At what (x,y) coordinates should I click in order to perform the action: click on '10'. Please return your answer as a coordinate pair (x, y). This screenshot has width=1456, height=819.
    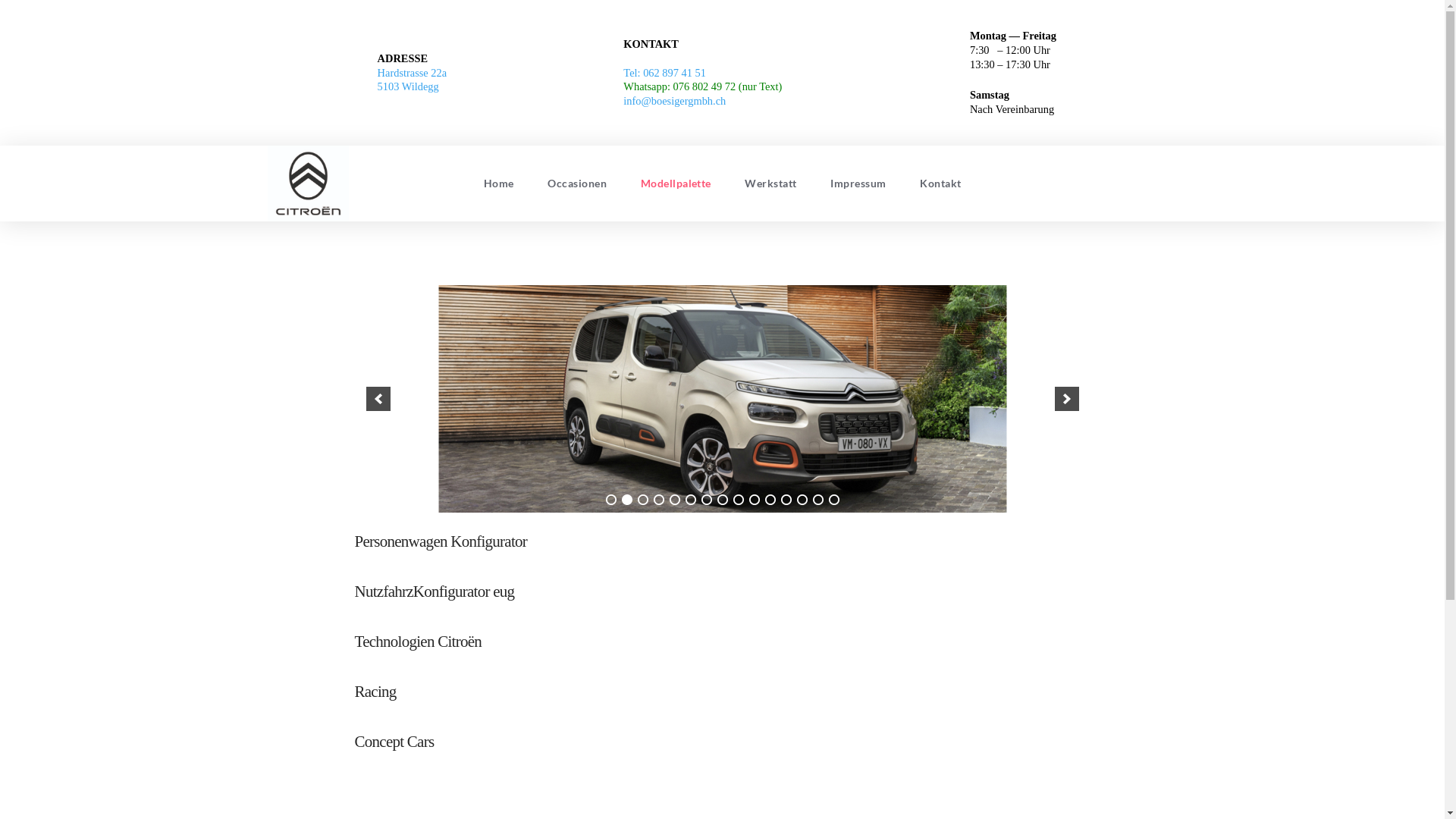
    Looking at the image, I should click on (754, 500).